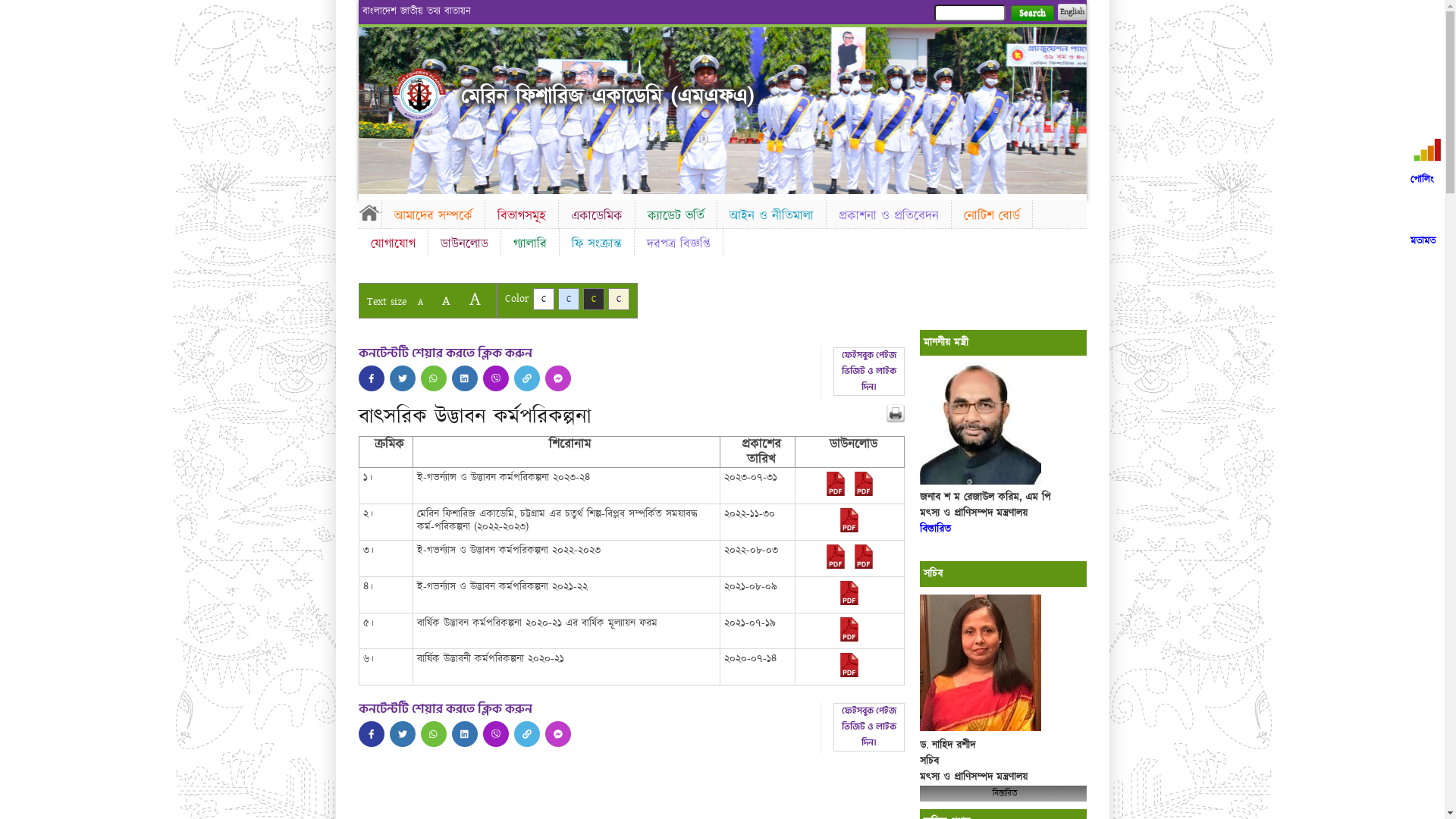  Describe the element at coordinates (419, 94) in the screenshot. I see `'Home'` at that location.